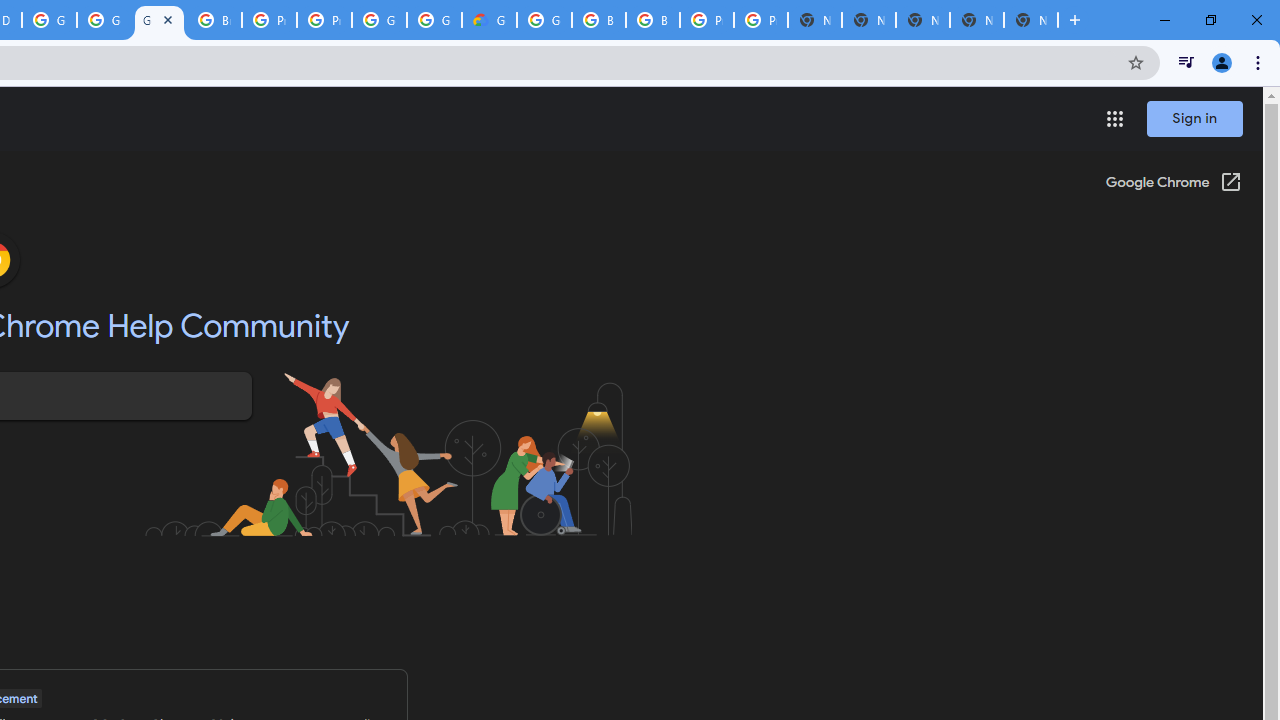  I want to click on 'You', so click(1220, 61).